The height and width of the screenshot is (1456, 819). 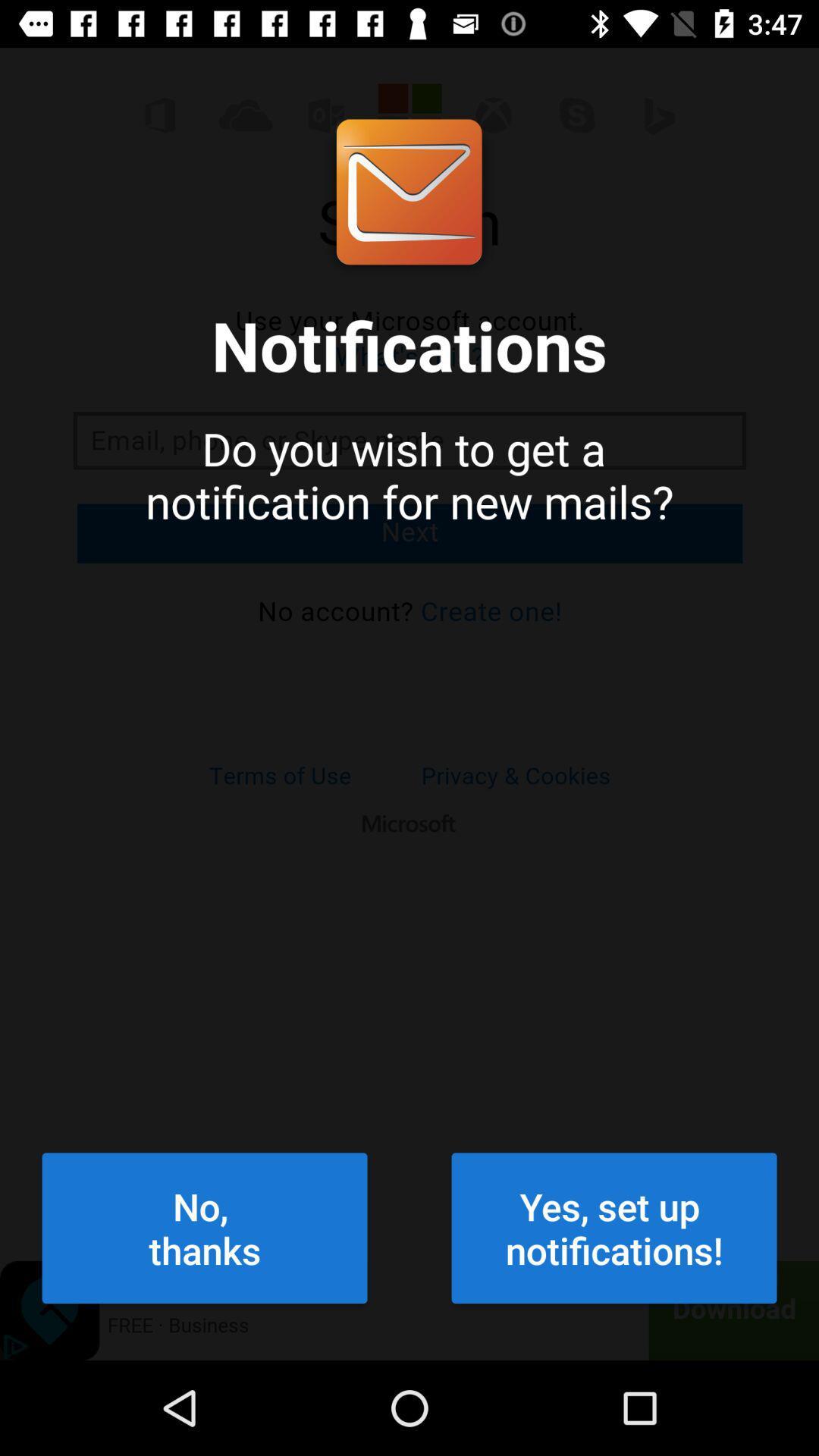 I want to click on the icon to the left of yes set up, so click(x=205, y=1228).